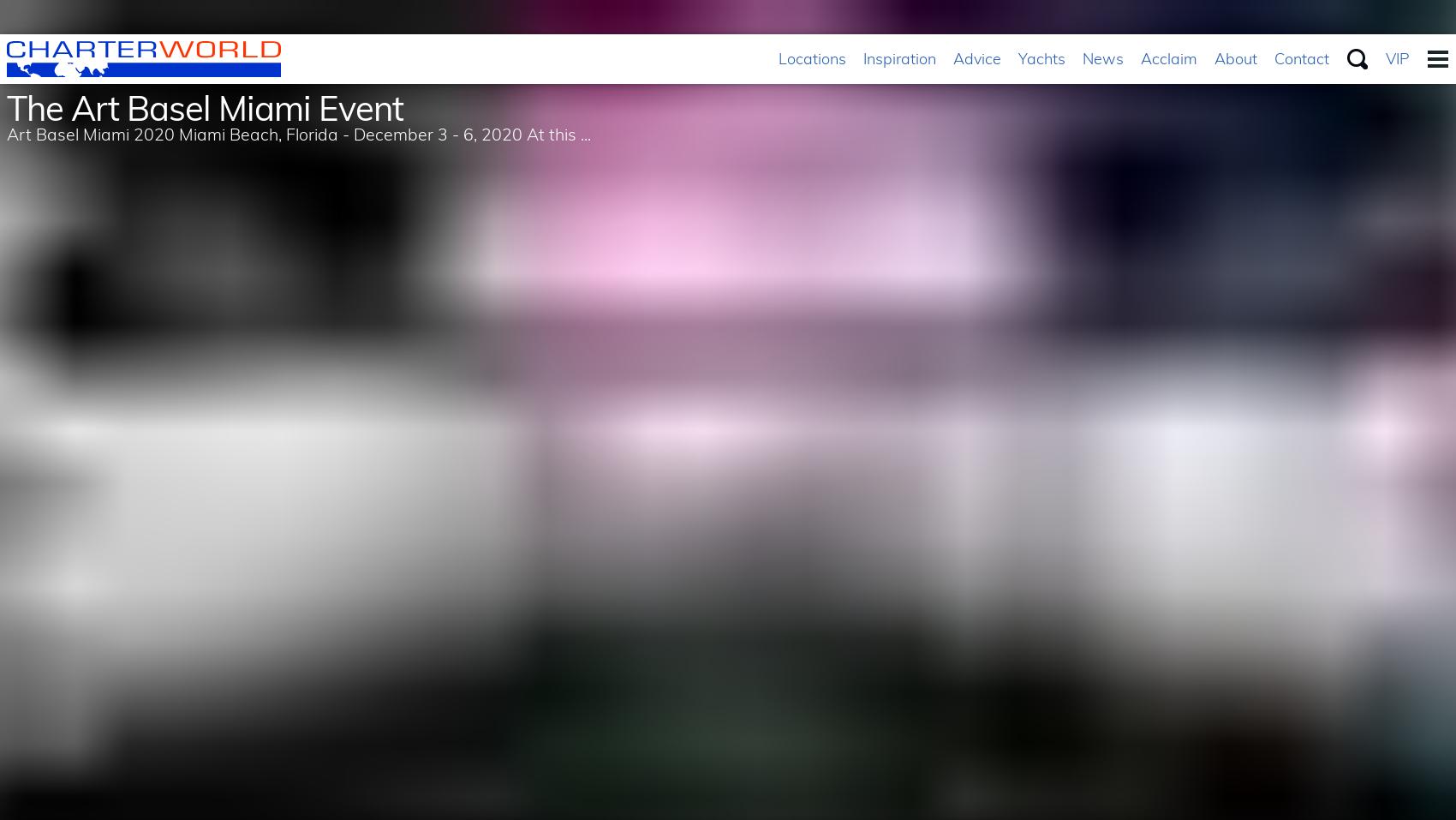 The image size is (1456, 820). Describe the element at coordinates (1041, 57) in the screenshot. I see `'Yachts'` at that location.